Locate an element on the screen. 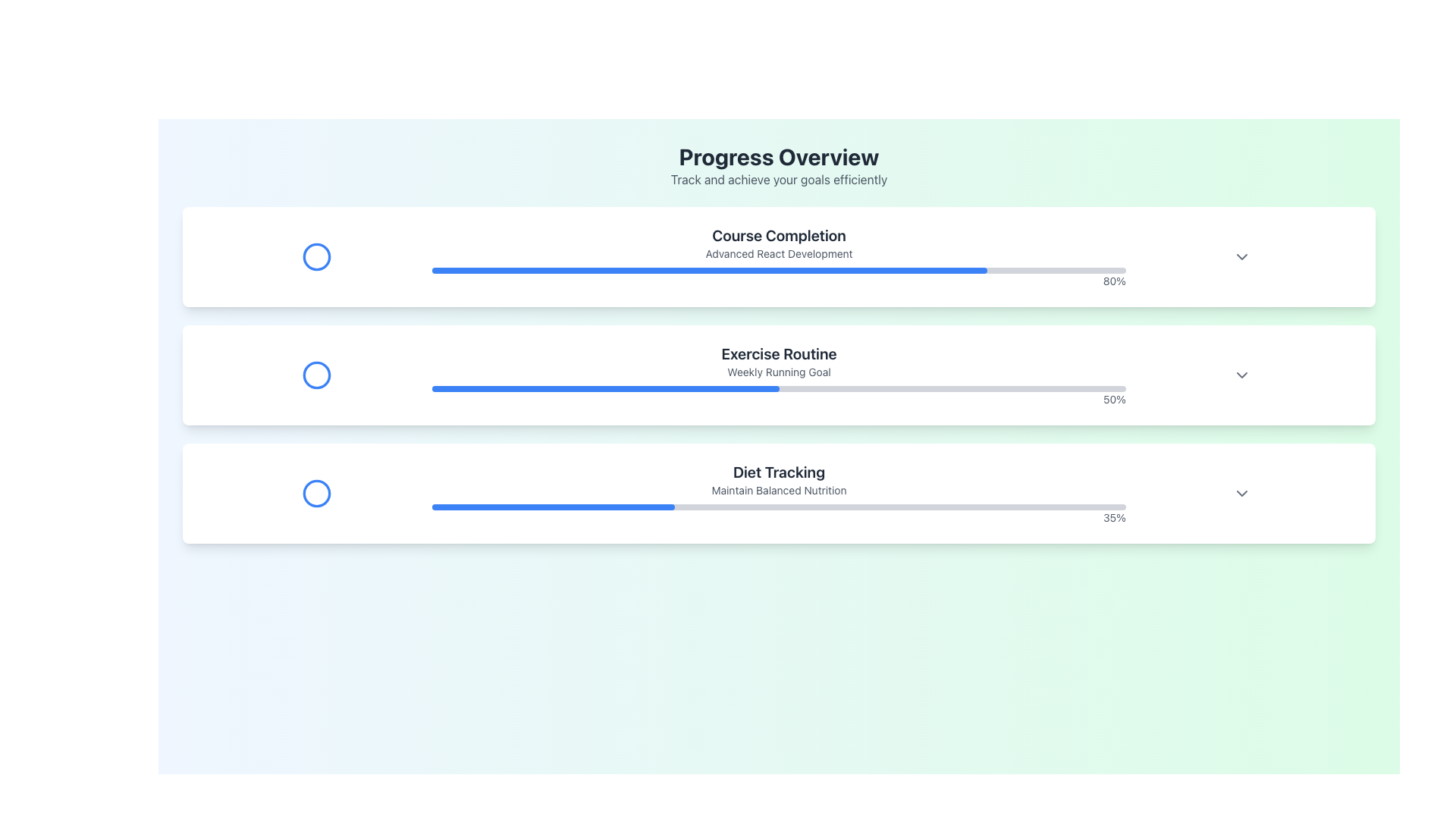  the gray downward-pointing chevron icon located near the right edge of the 'Course Completion' progress bar section is located at coordinates (1241, 256).